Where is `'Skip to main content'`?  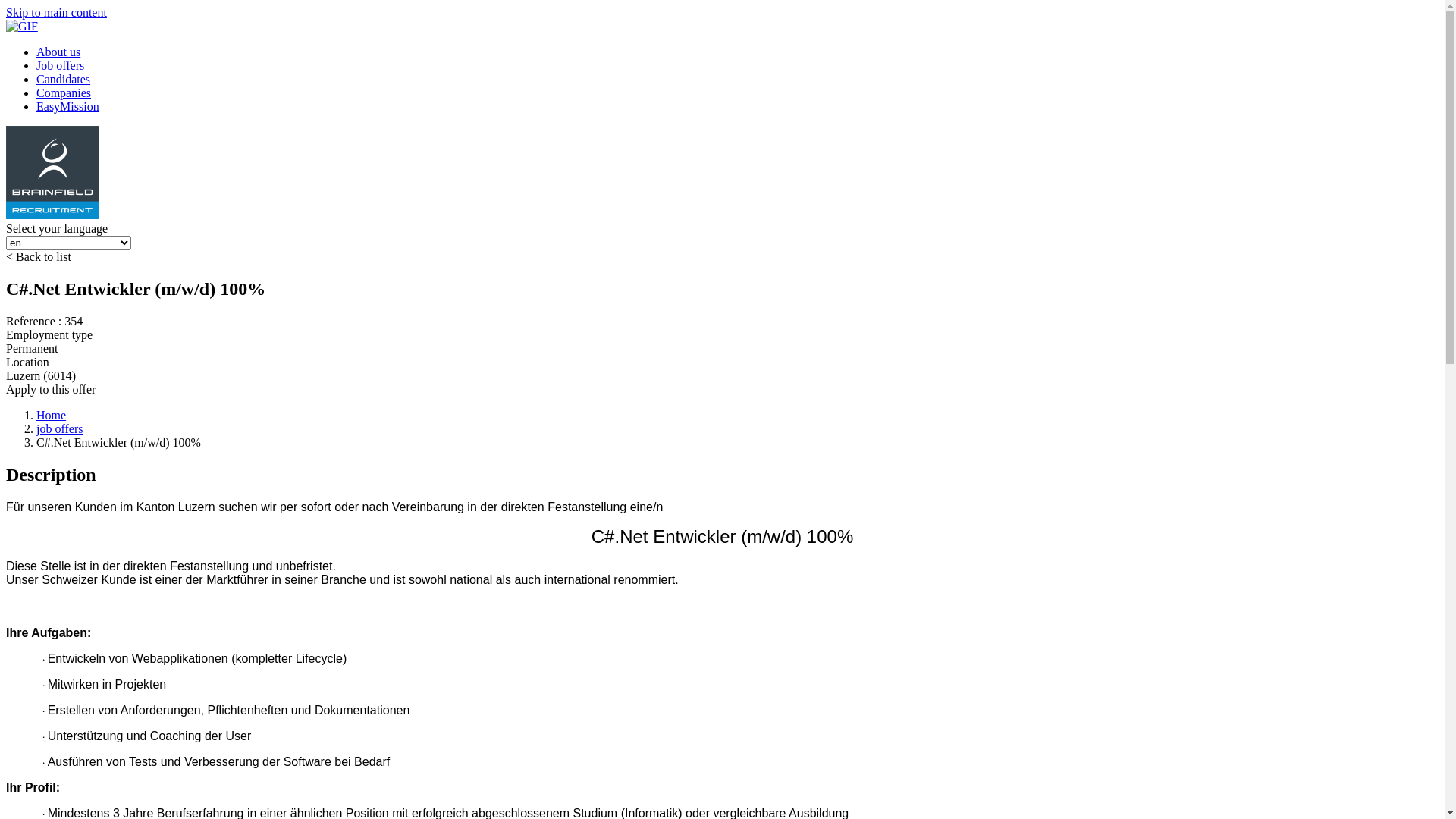
'Skip to main content' is located at coordinates (56, 12).